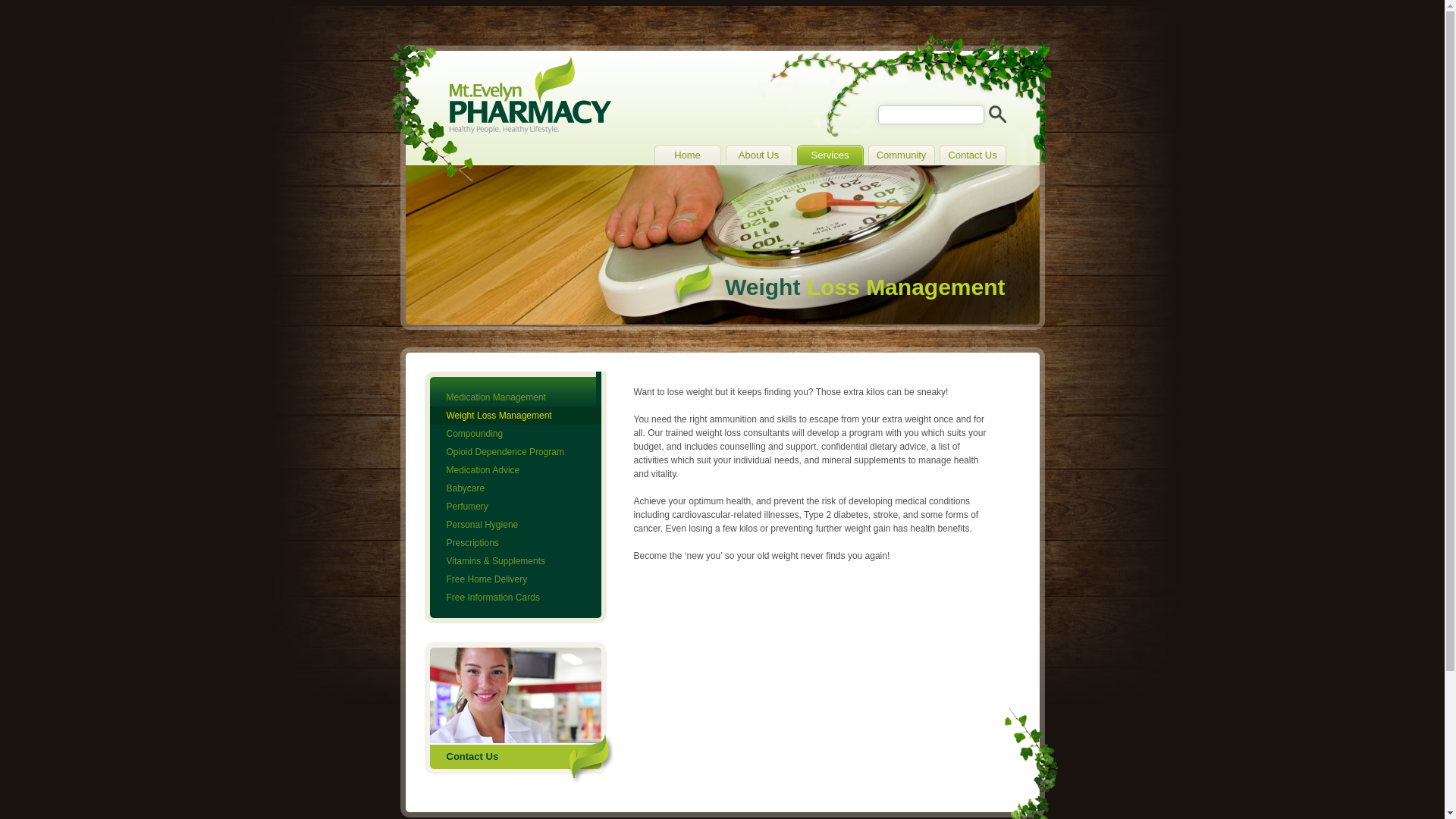 Image resolution: width=1456 pixels, height=819 pixels. I want to click on 'Contact Us', so click(971, 155).